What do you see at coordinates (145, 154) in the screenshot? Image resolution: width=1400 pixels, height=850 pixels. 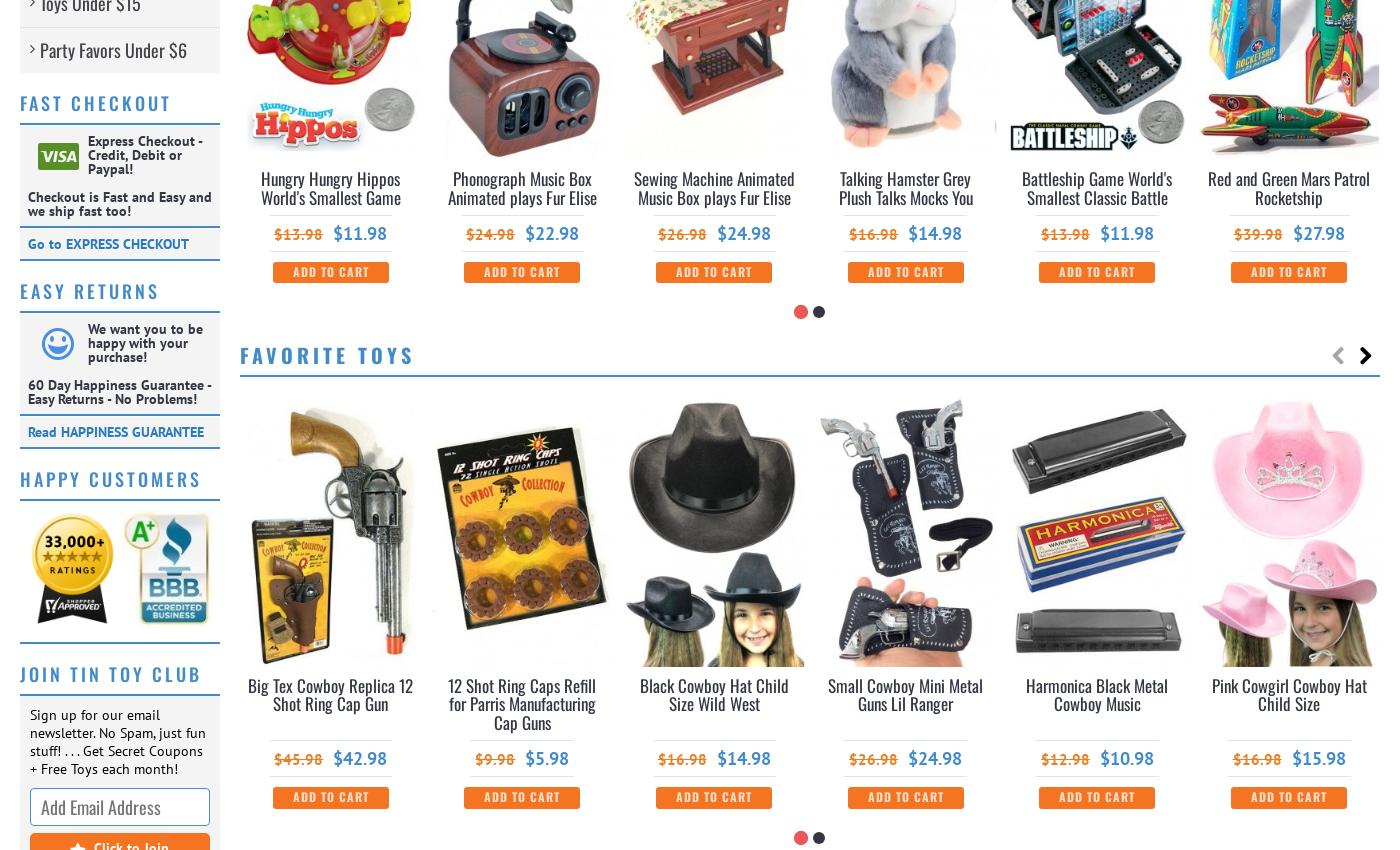 I see `'Express Checkout - Credit, Debit or Paypal!'` at bounding box center [145, 154].